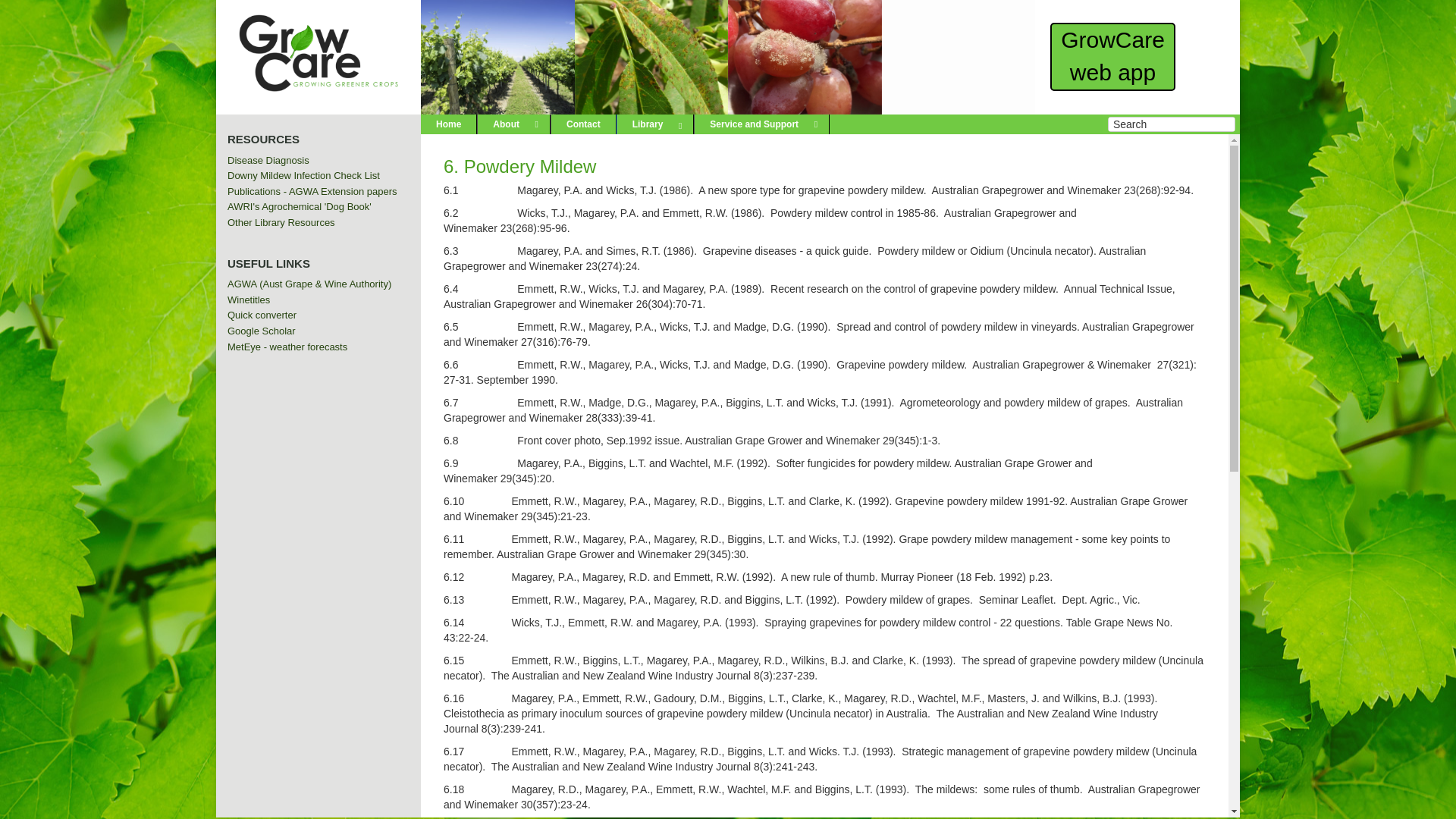 Image resolution: width=1456 pixels, height=819 pixels. I want to click on 'Other Library Resources', so click(226, 222).